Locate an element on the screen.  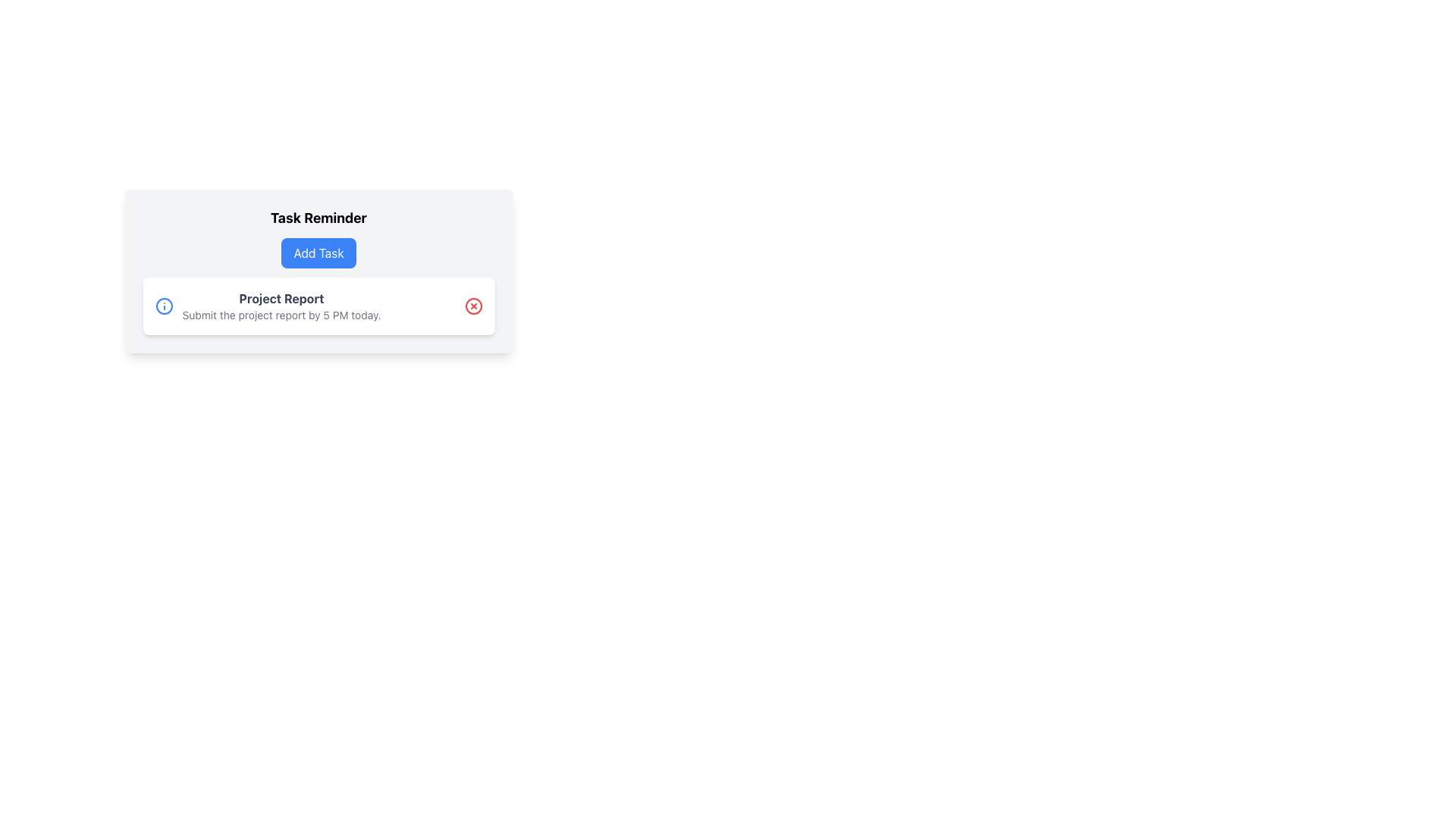
information displayed in the text block containing 'Project Report' and the submission deadline text is located at coordinates (281, 306).